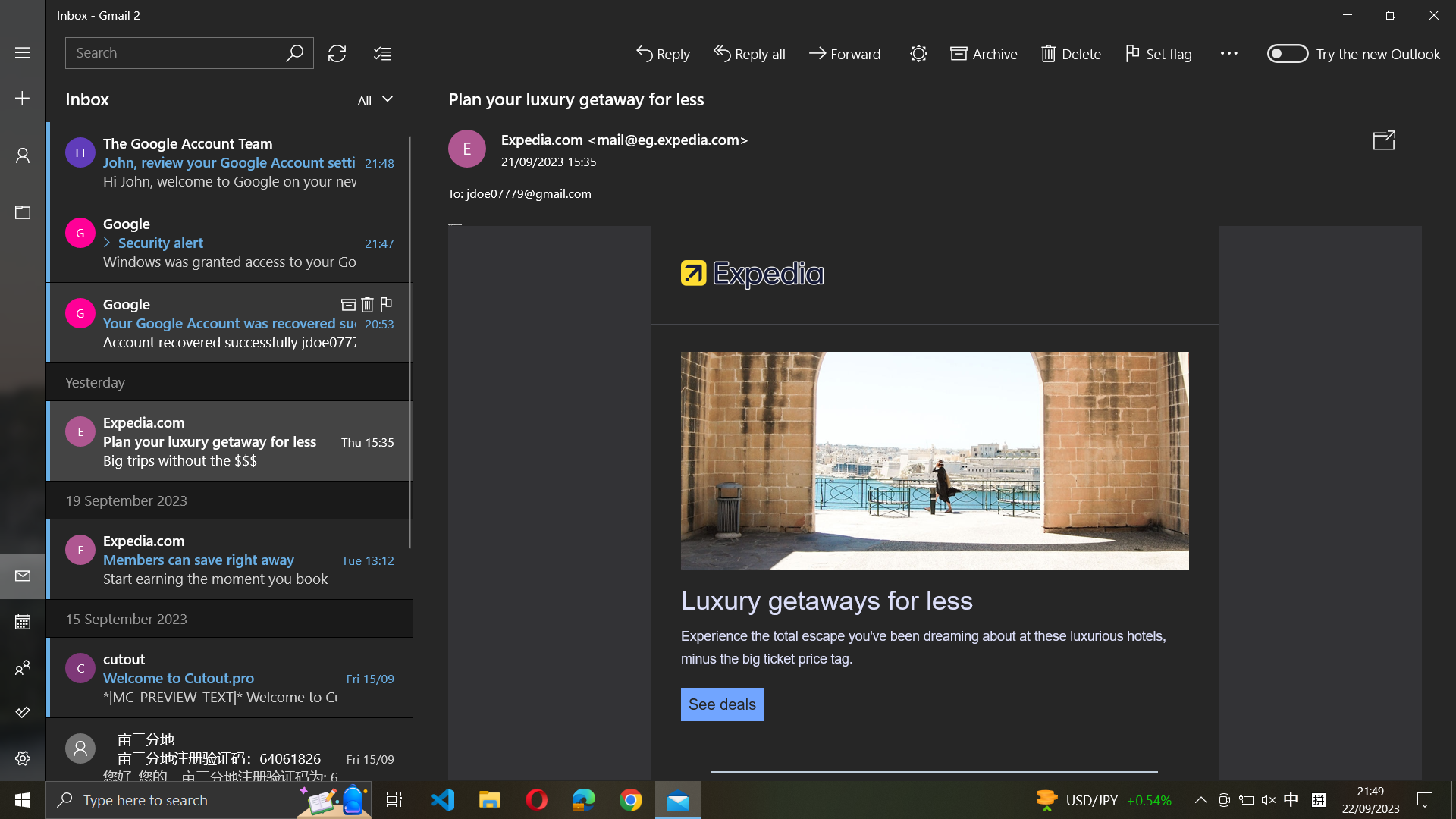 The image size is (1456, 819). Describe the element at coordinates (982, 51) in the screenshot. I see `Transfer the existing email to the archive folder` at that location.